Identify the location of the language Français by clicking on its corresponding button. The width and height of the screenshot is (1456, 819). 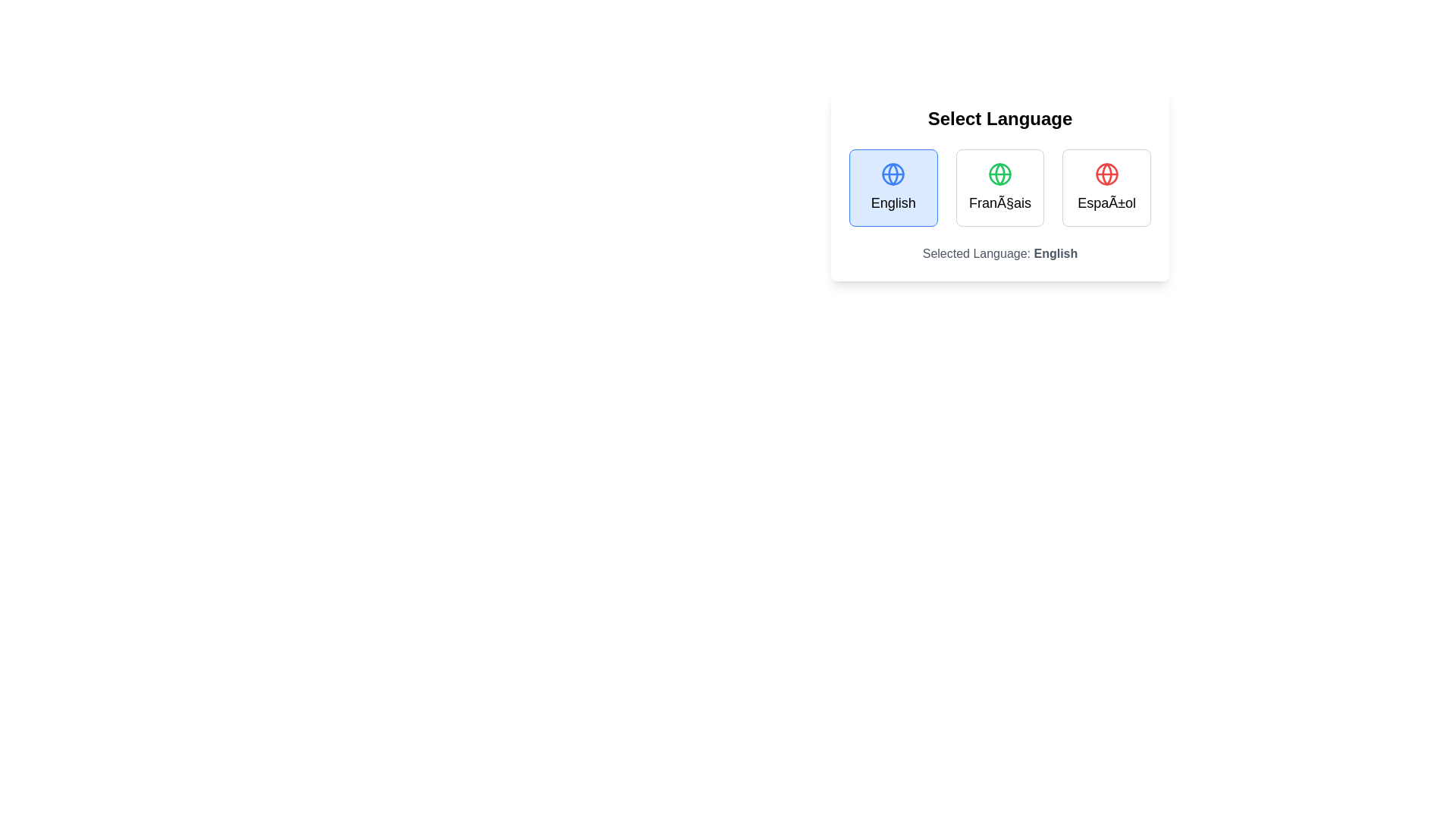
(1000, 187).